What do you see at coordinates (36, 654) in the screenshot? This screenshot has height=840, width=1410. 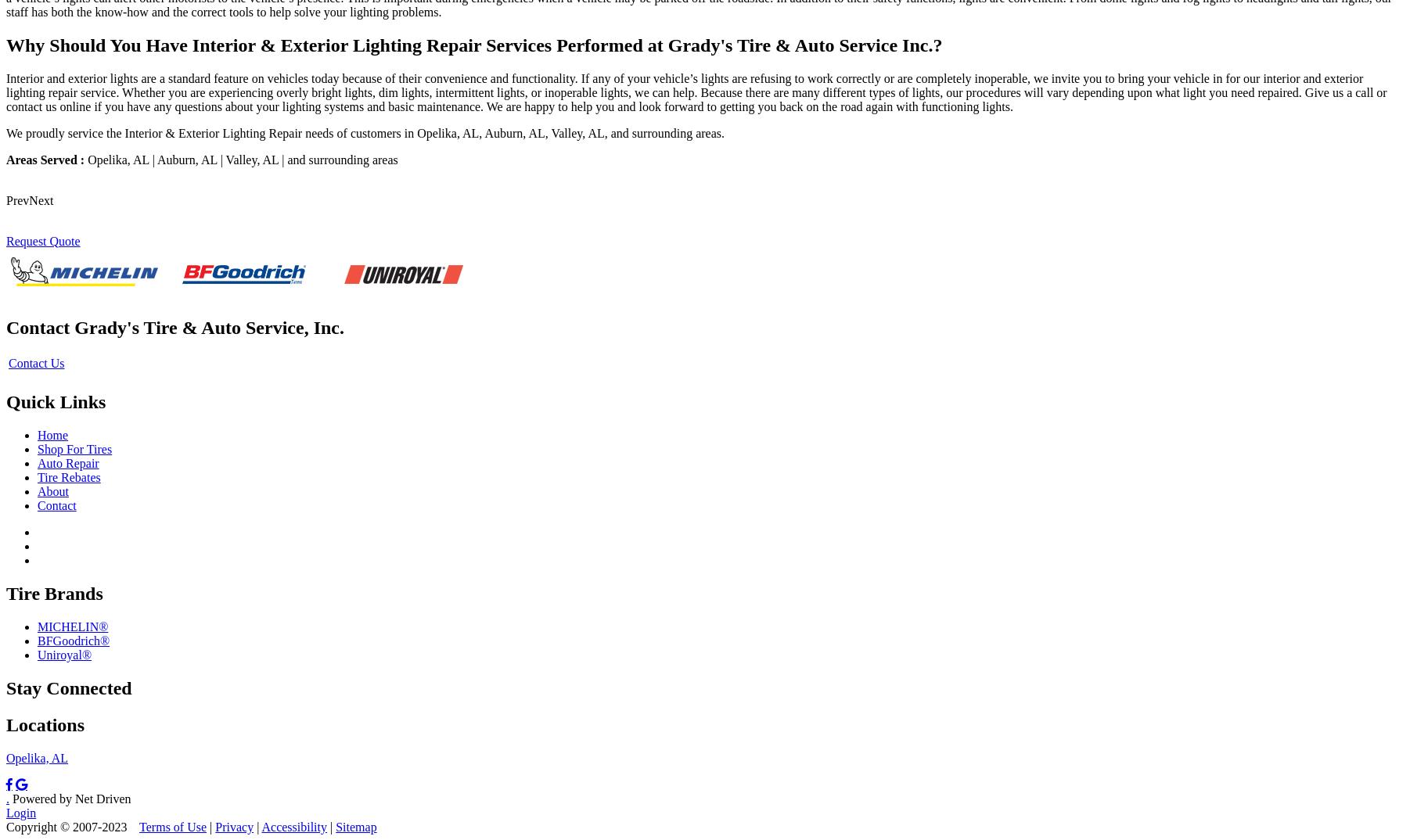 I see `'Uniroyal®'` at bounding box center [36, 654].